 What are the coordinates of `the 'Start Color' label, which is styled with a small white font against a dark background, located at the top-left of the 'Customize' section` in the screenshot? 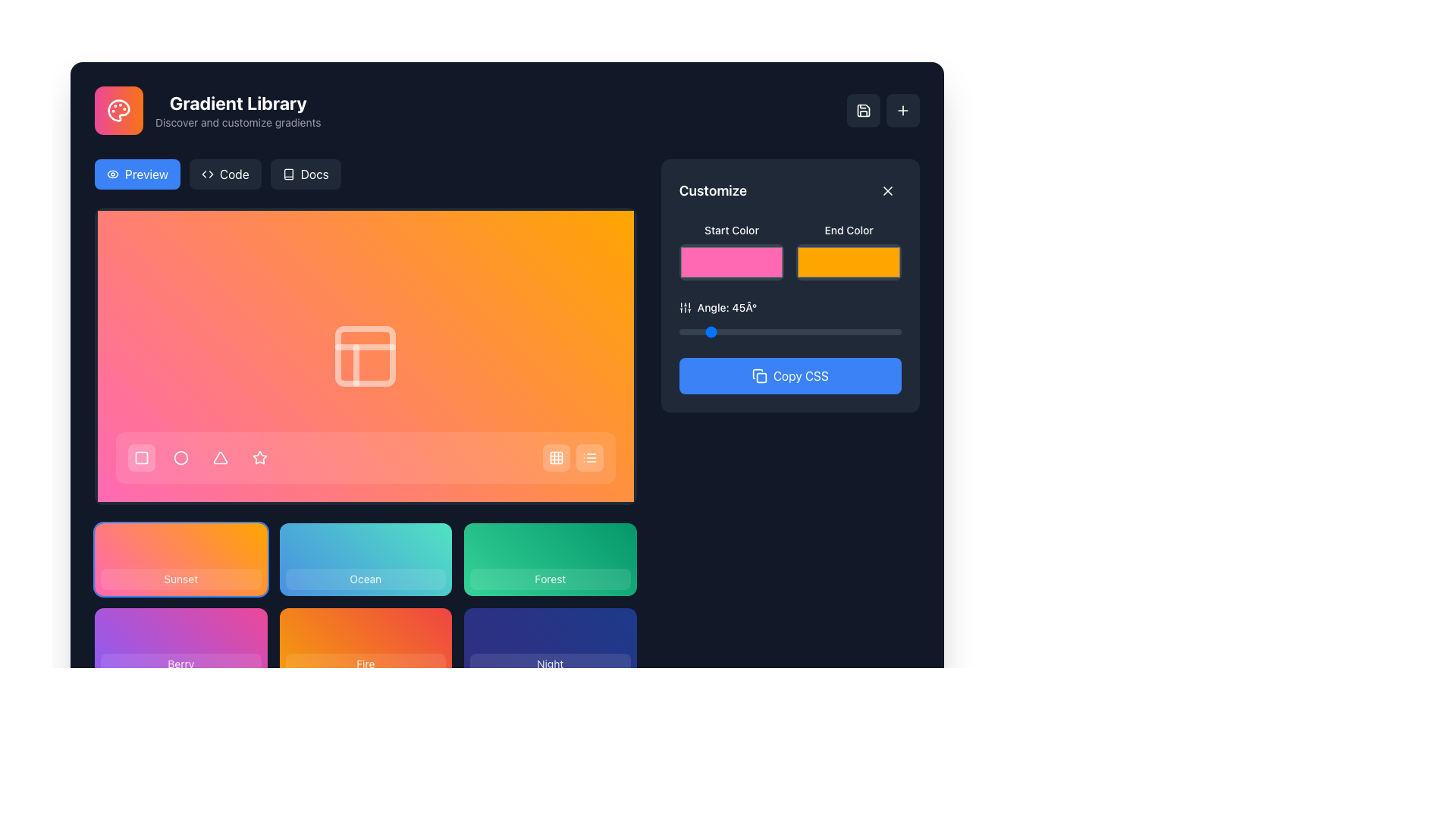 It's located at (731, 231).